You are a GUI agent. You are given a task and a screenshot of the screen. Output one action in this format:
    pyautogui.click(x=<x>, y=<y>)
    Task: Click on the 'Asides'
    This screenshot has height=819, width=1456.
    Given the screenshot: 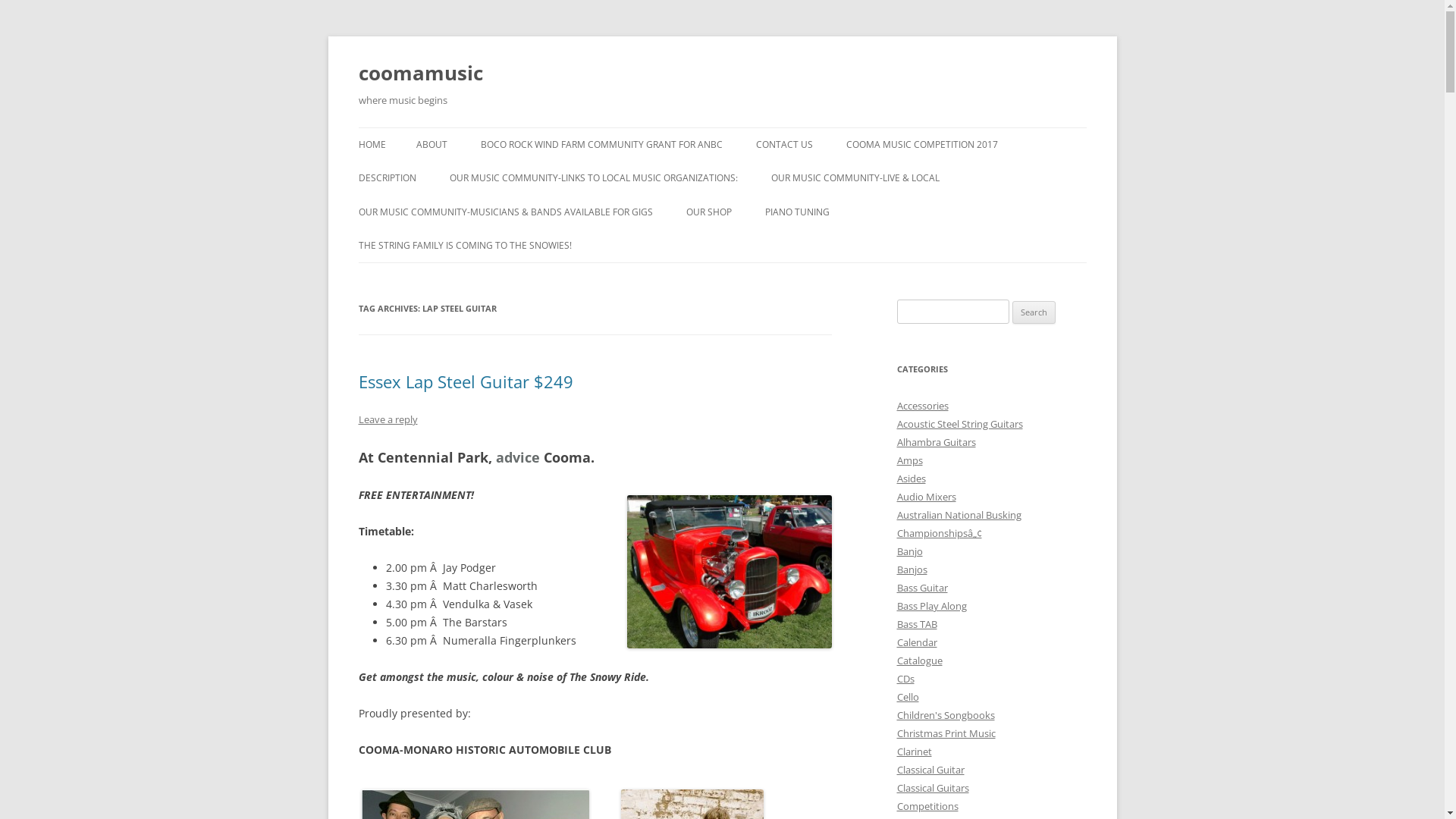 What is the action you would take?
    pyautogui.click(x=910, y=479)
    